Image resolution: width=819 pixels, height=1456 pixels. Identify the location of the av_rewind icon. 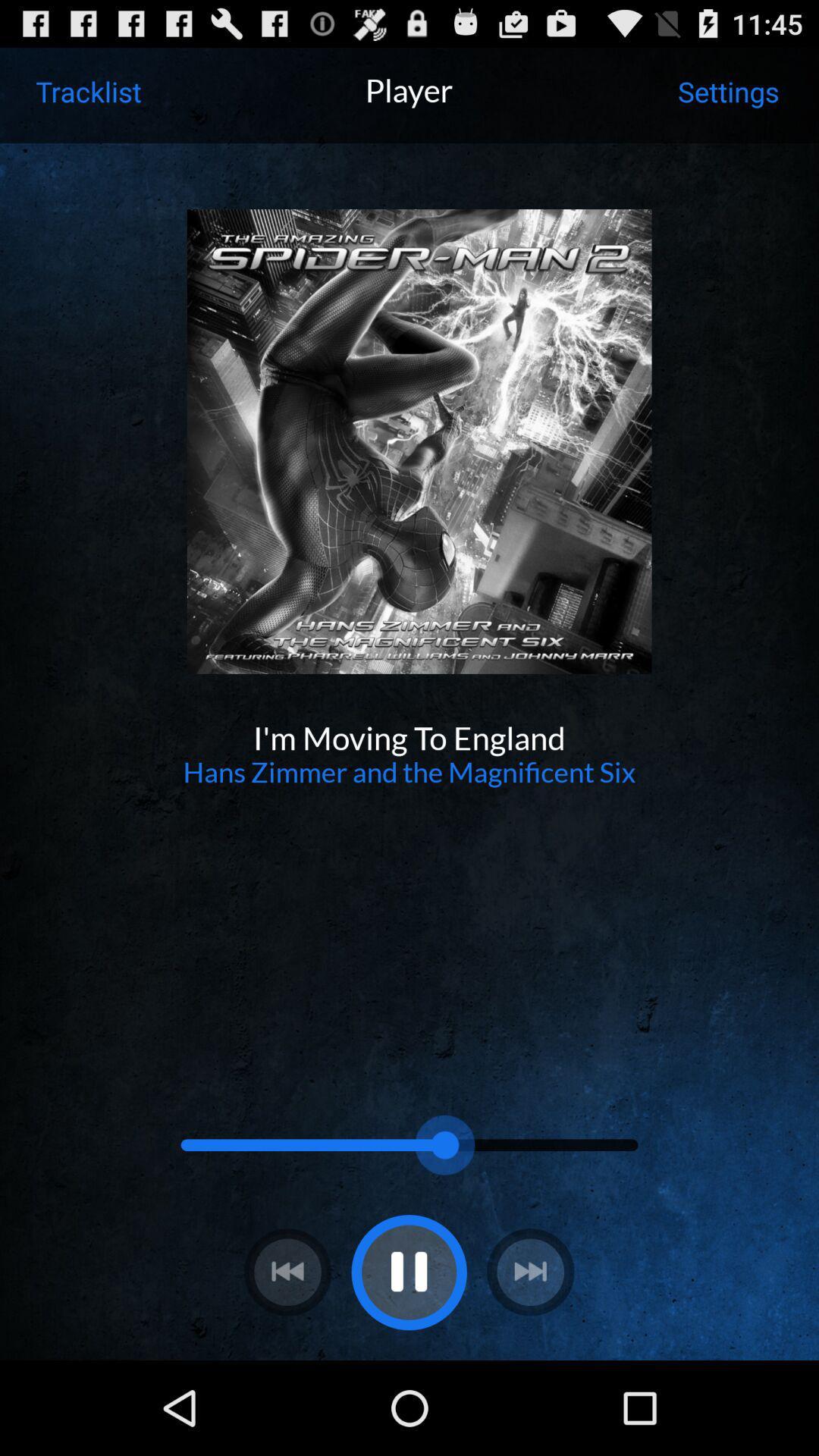
(287, 1361).